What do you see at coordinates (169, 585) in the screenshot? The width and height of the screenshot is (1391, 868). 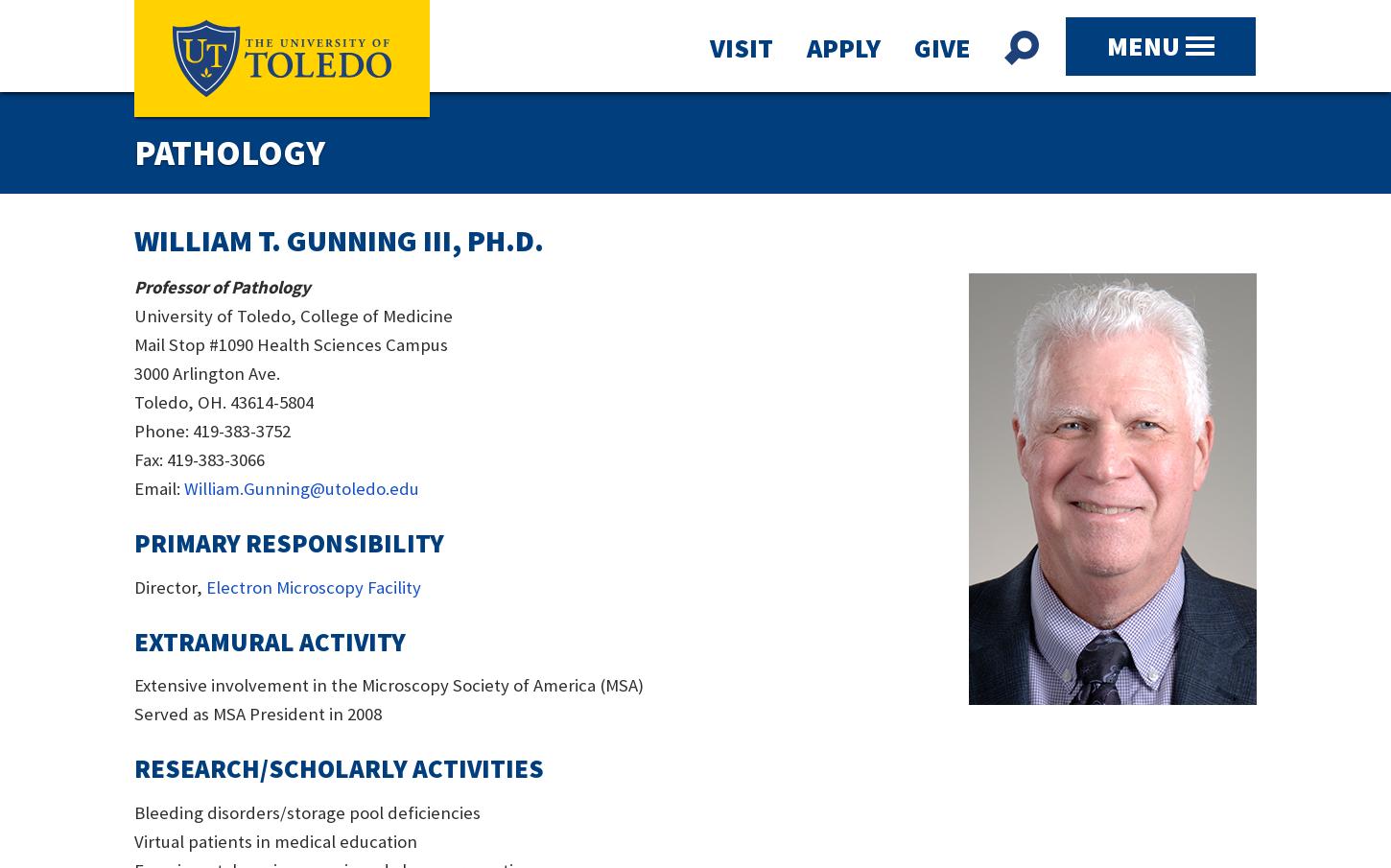 I see `'Director,'` at bounding box center [169, 585].